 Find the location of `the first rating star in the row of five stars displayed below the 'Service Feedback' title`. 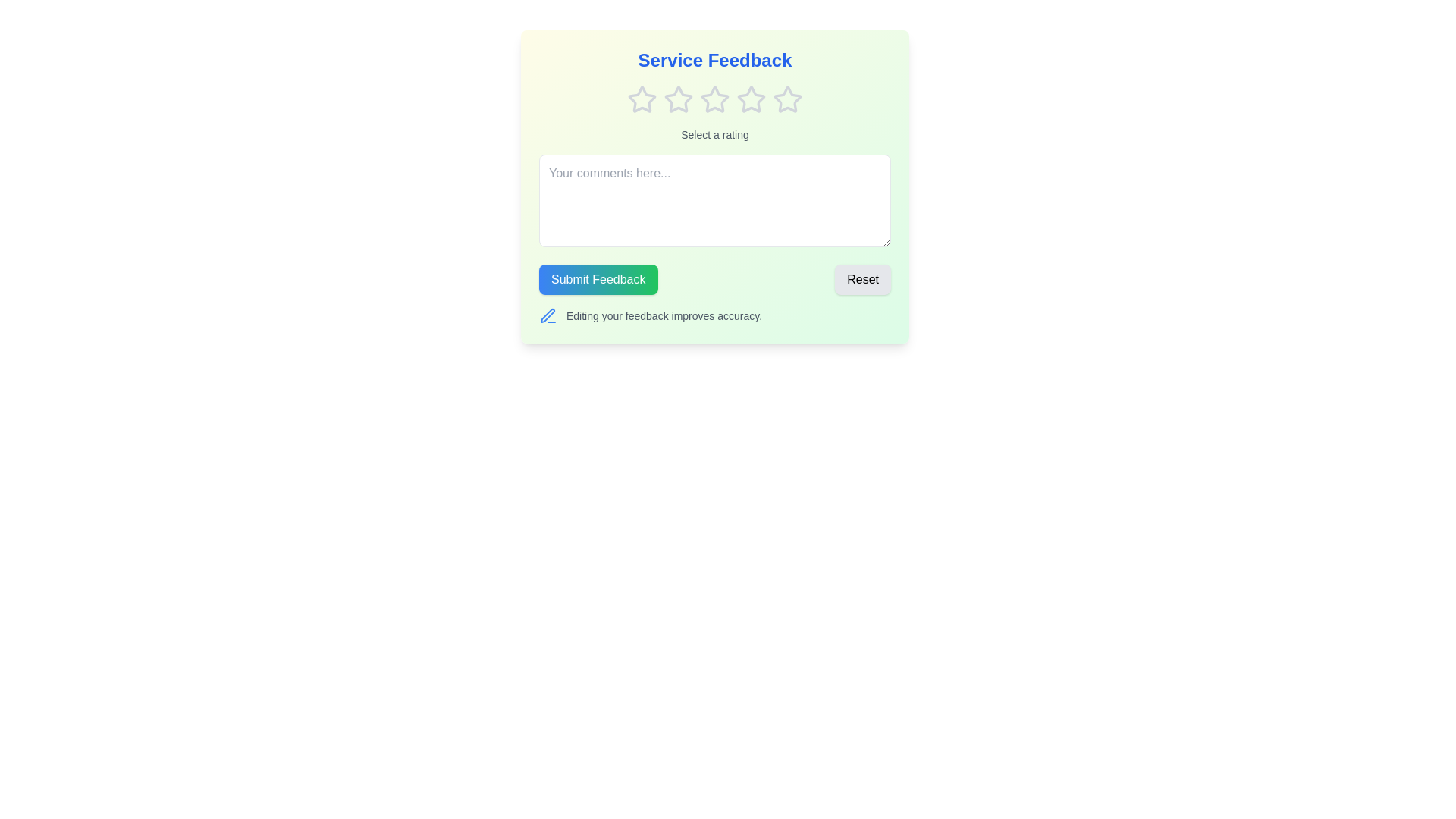

the first rating star in the row of five stars displayed below the 'Service Feedback' title is located at coordinates (642, 99).